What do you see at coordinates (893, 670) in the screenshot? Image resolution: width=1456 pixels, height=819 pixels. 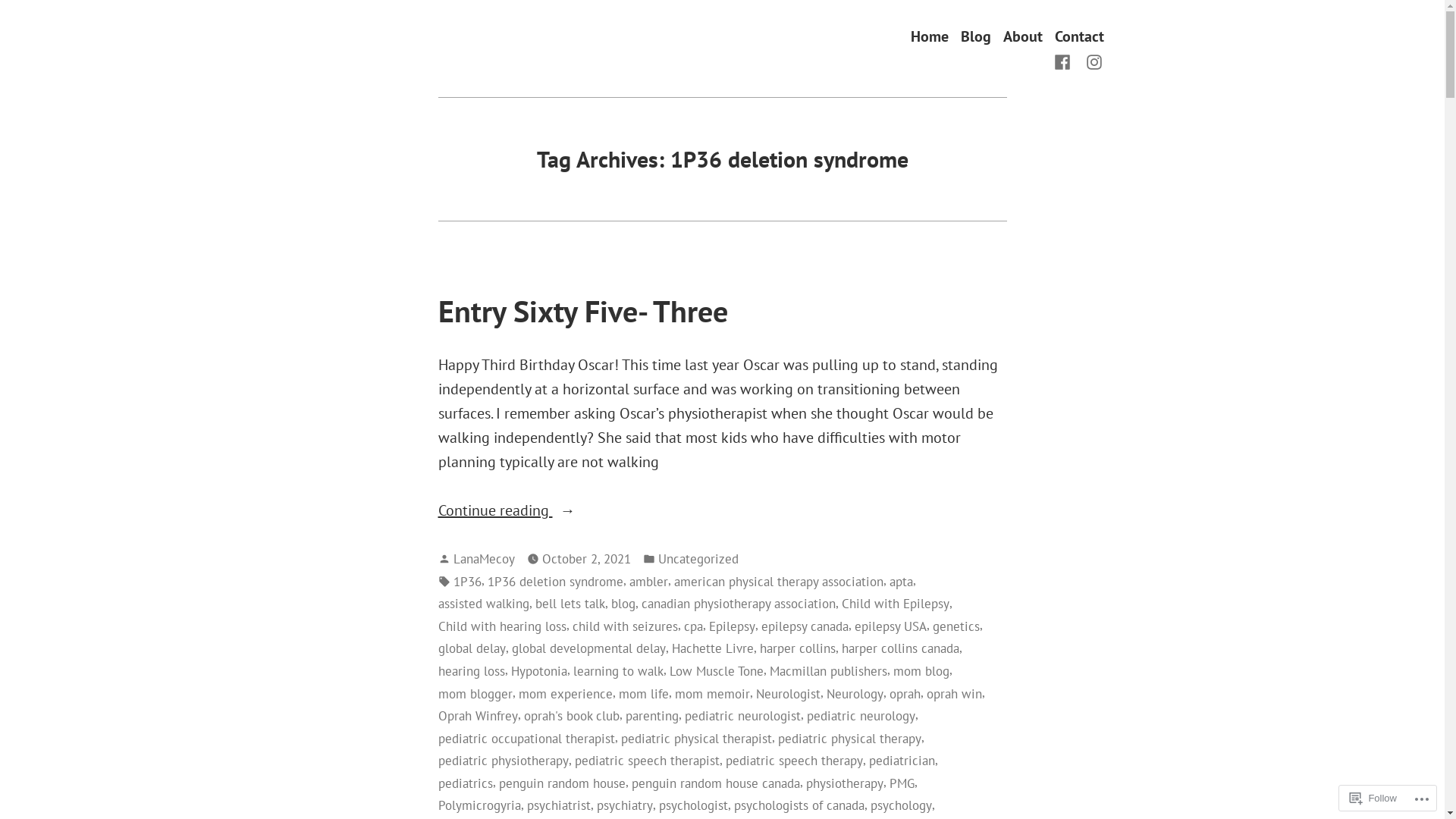 I see `'mom blog'` at bounding box center [893, 670].